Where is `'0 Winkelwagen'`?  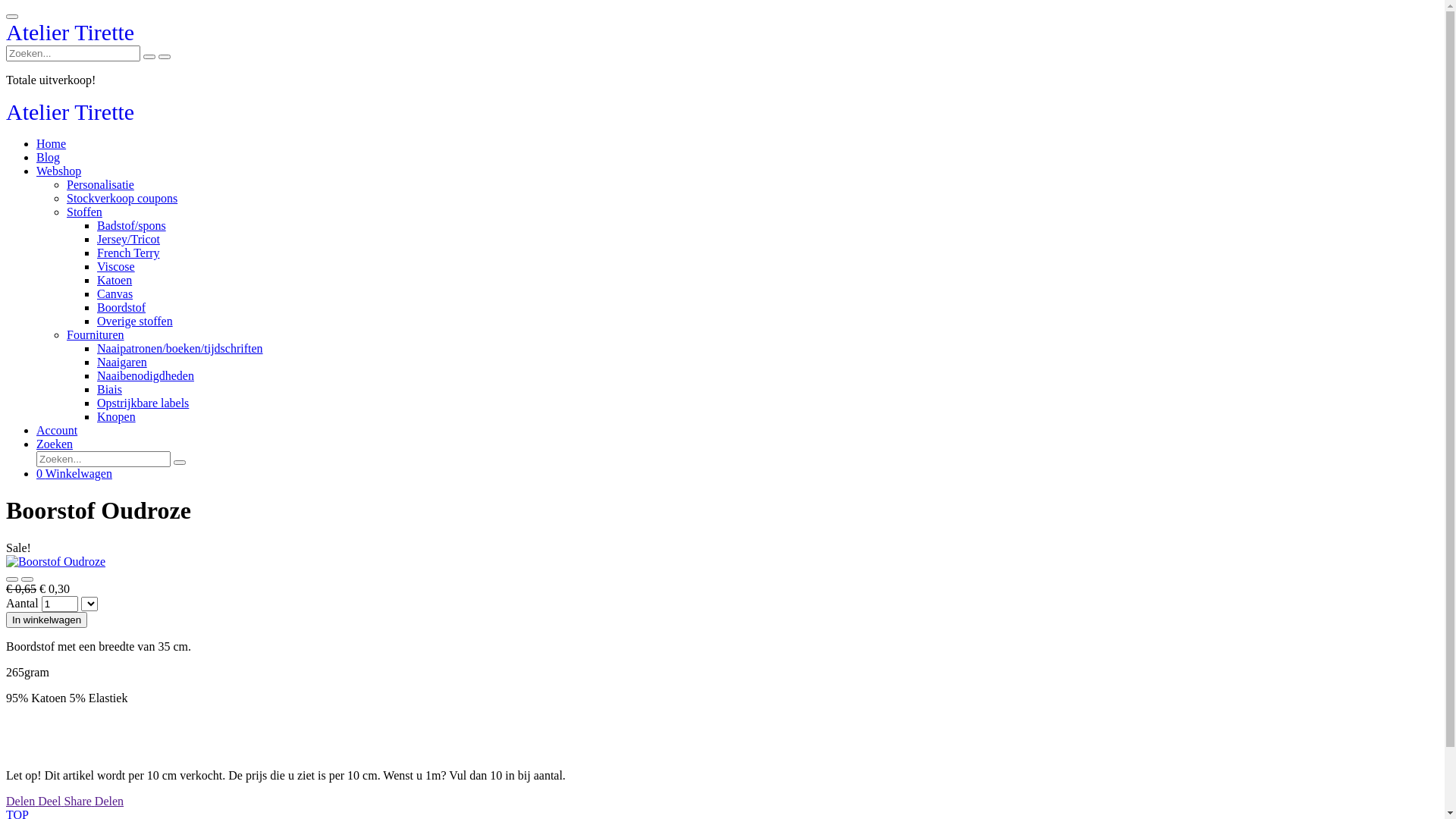
'0 Winkelwagen' is located at coordinates (73, 472).